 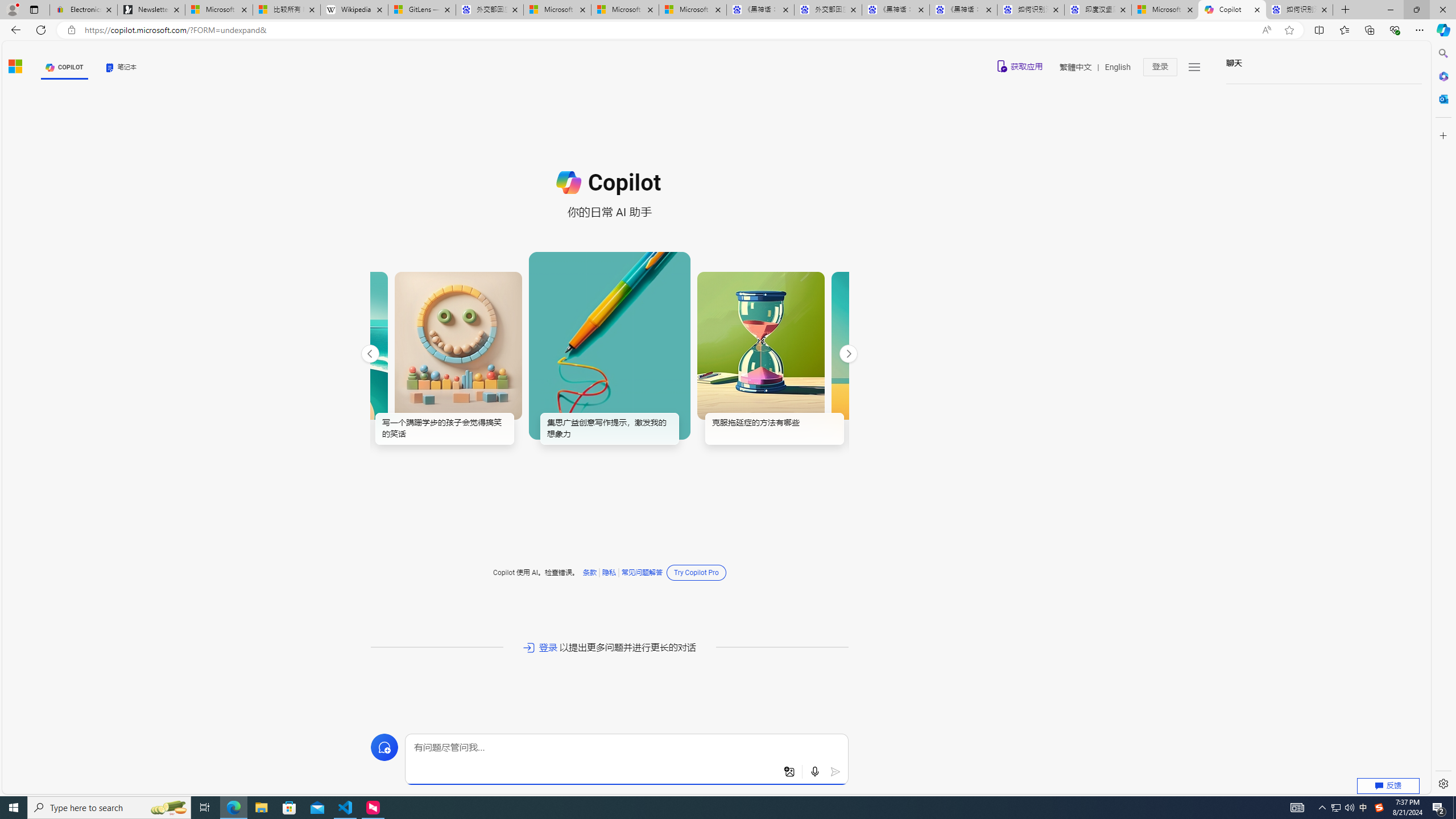 What do you see at coordinates (150, 9) in the screenshot?
I see `'Newsletter Sign Up'` at bounding box center [150, 9].